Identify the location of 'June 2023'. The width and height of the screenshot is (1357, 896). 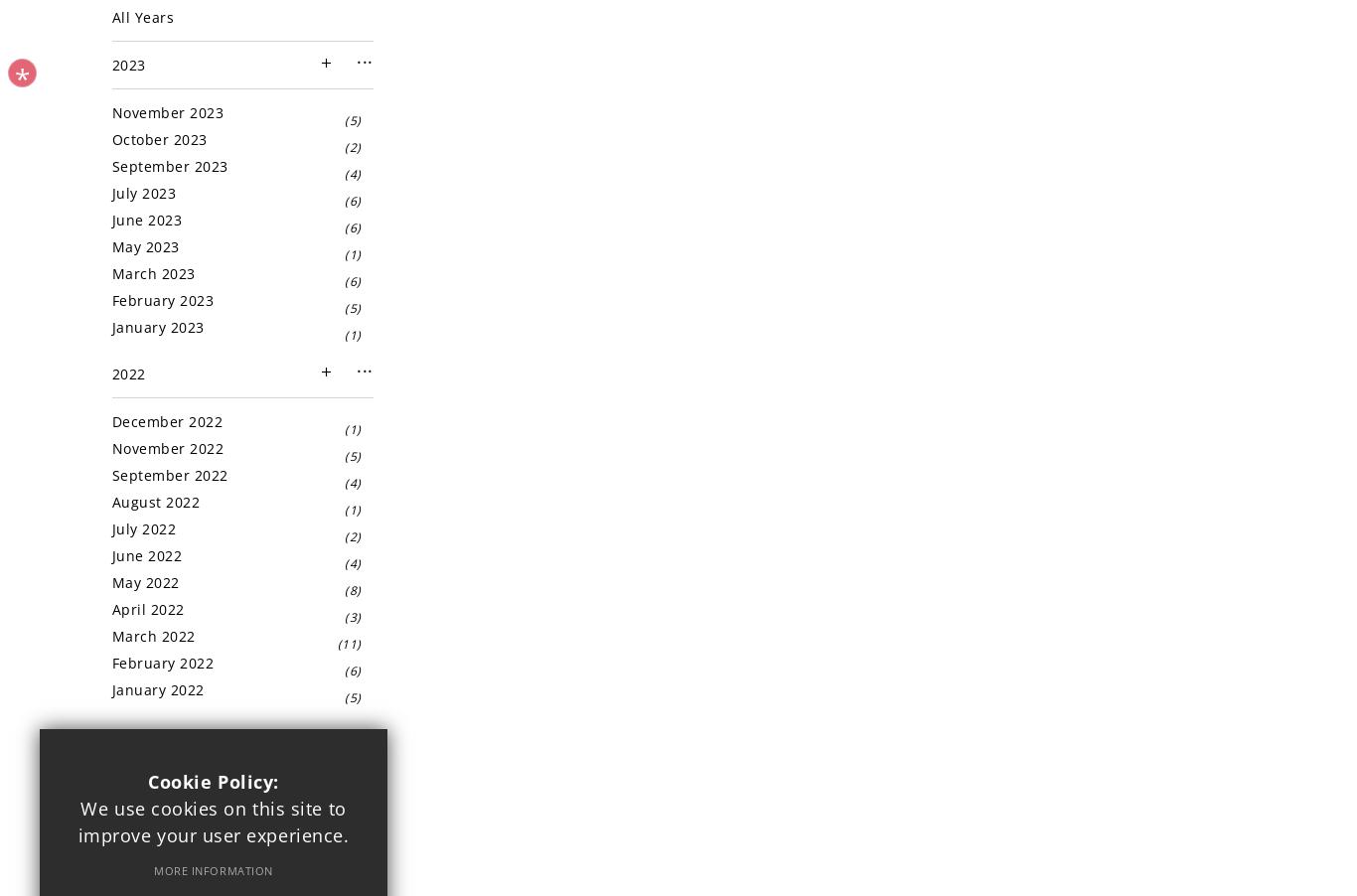
(145, 219).